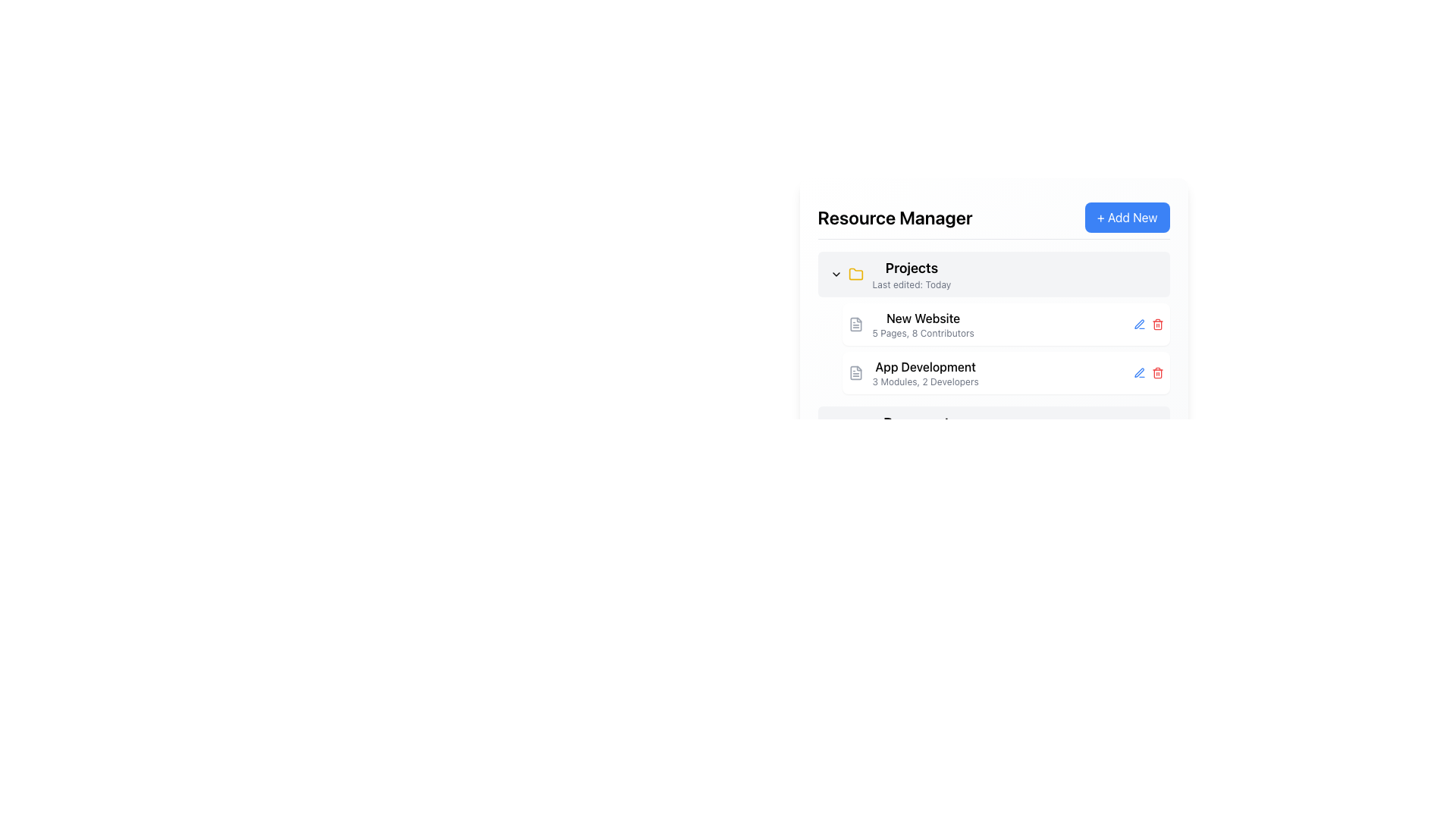  What do you see at coordinates (922, 318) in the screenshot?
I see `the 'New Website' text label which is prominently styled and located in the 'Projects' section under 'Resource Manager'` at bounding box center [922, 318].